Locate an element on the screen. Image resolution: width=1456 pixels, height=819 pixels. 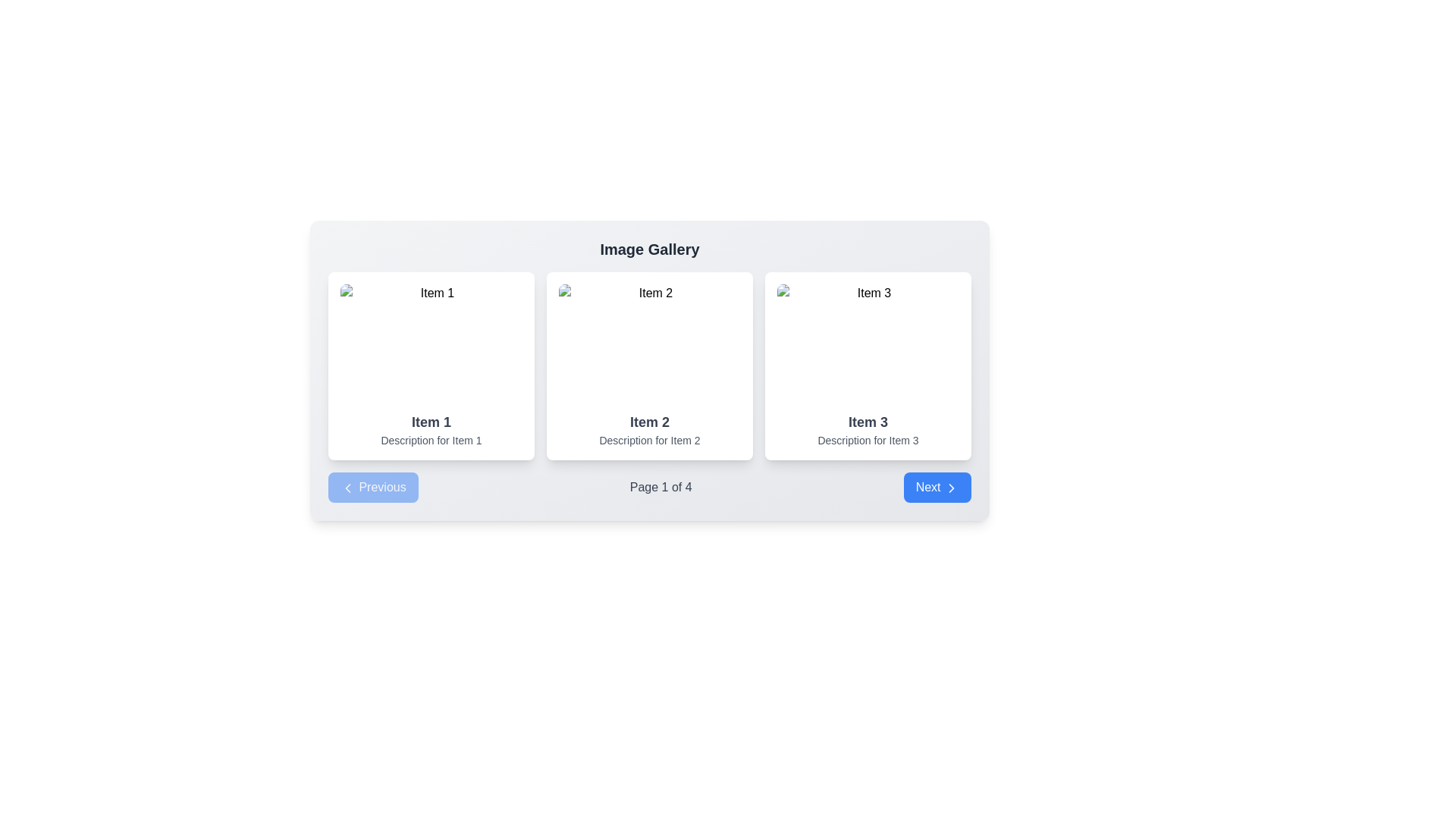
the keyboard is located at coordinates (431, 366).